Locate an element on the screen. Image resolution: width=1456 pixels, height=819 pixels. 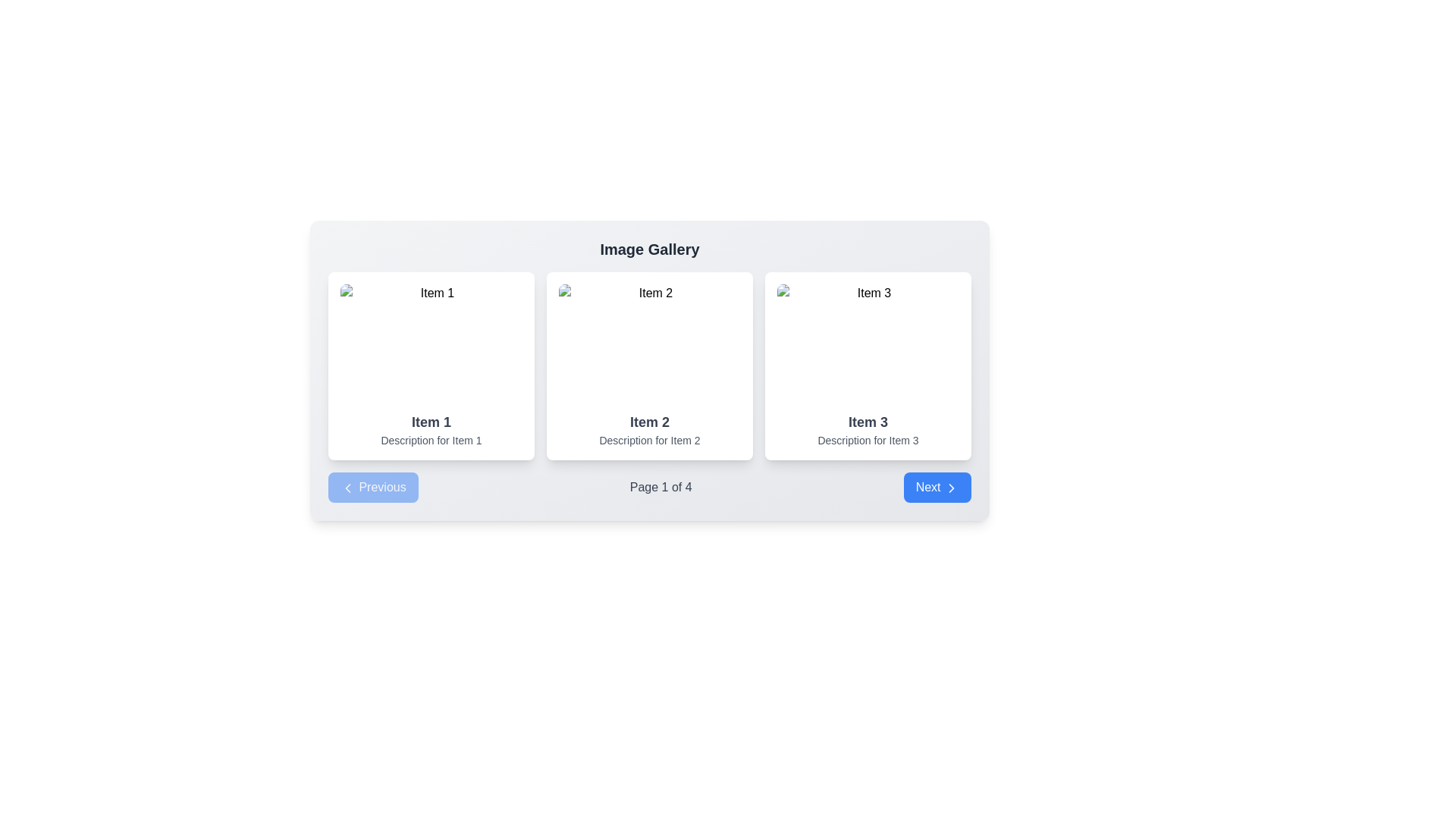
the keyboard is located at coordinates (431, 366).